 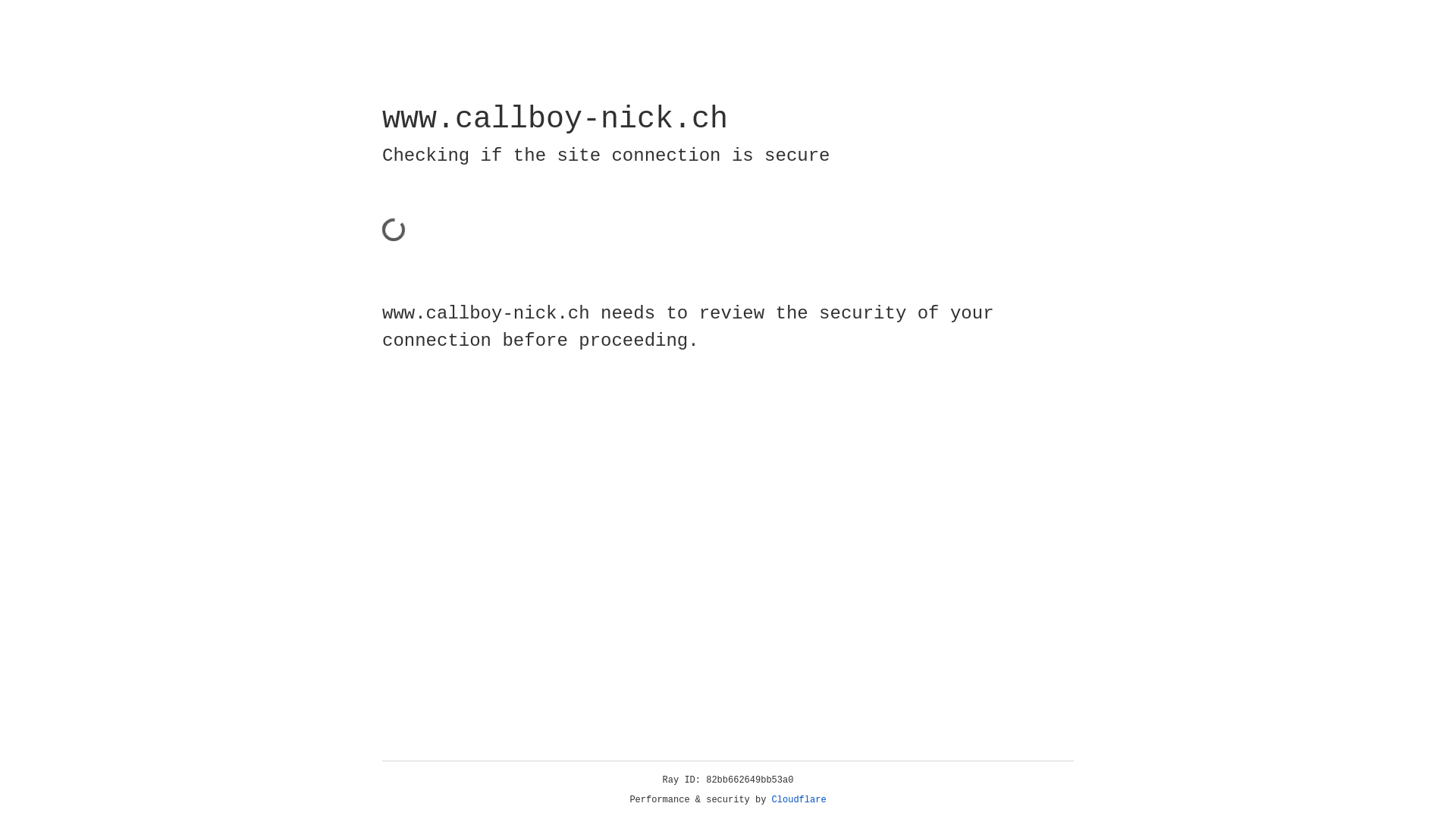 I want to click on 'Cloudflare', so click(x=799, y=799).